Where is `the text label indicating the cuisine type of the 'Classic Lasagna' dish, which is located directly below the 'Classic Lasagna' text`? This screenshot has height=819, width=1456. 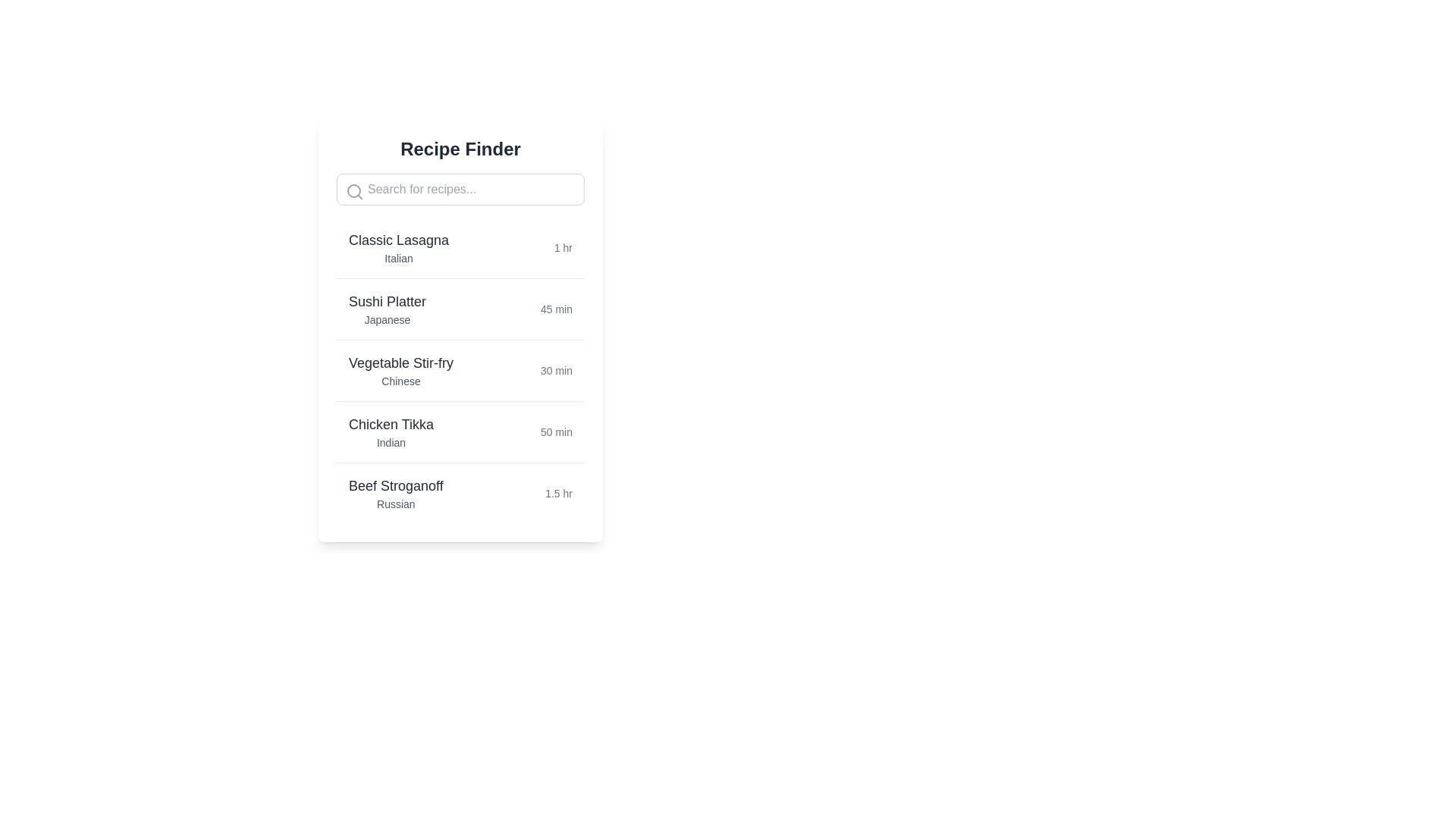 the text label indicating the cuisine type of the 'Classic Lasagna' dish, which is located directly below the 'Classic Lasagna' text is located at coordinates (399, 257).